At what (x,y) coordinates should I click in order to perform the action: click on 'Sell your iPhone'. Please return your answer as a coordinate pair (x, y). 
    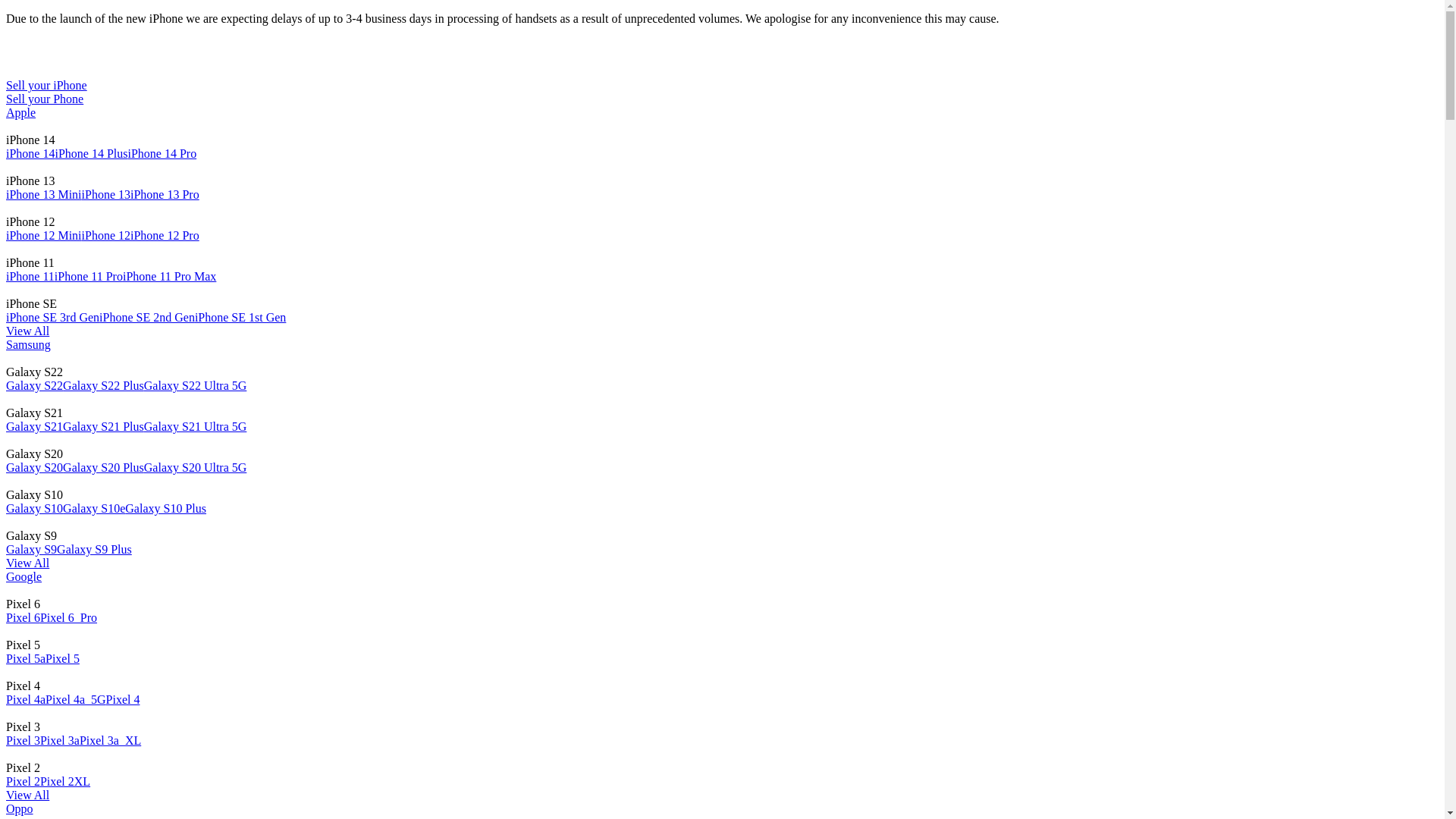
    Looking at the image, I should click on (46, 85).